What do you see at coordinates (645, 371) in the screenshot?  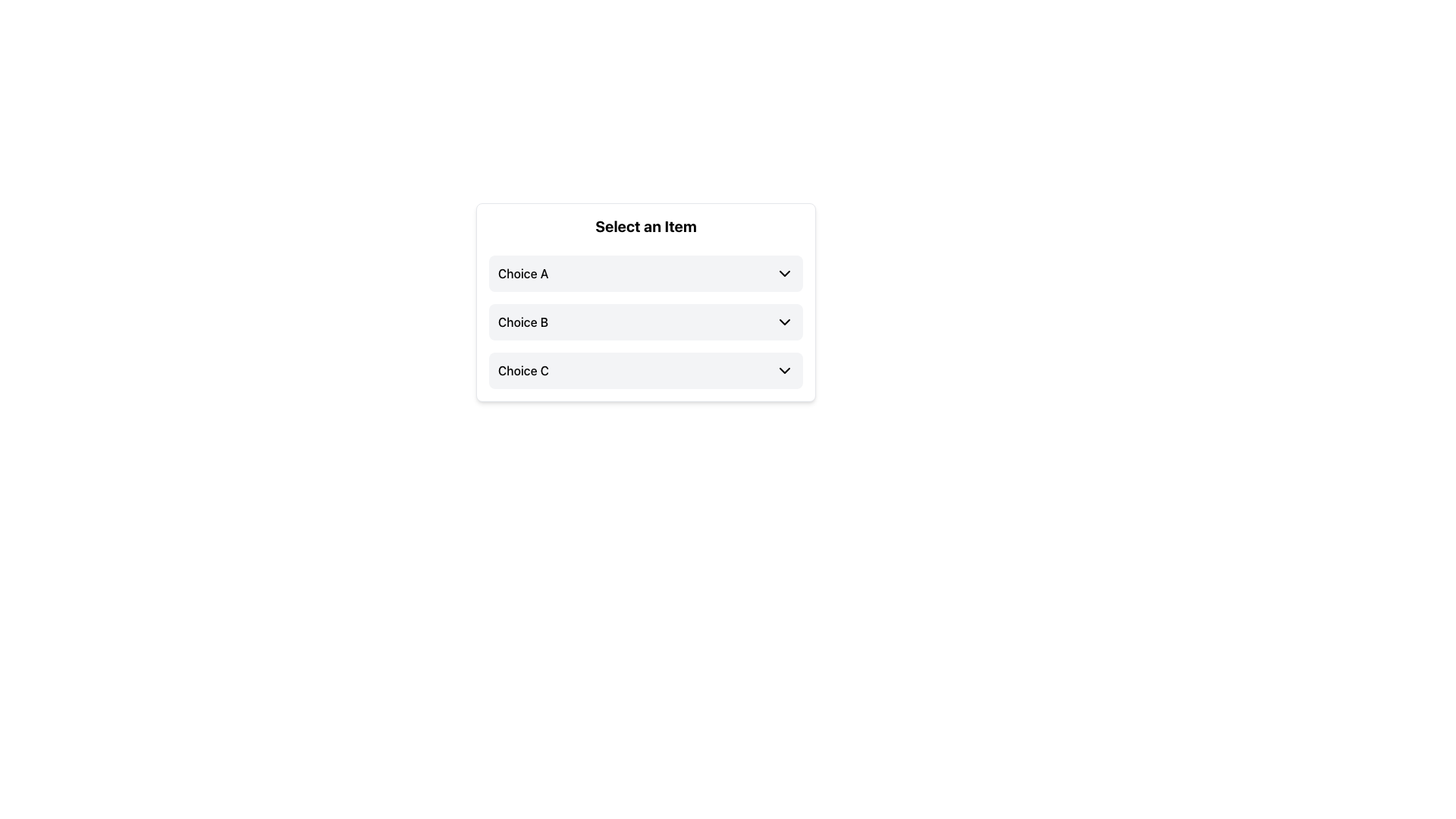 I see `the chevron icon of the 'Choice C' dropdown menu item to reveal additional options` at bounding box center [645, 371].